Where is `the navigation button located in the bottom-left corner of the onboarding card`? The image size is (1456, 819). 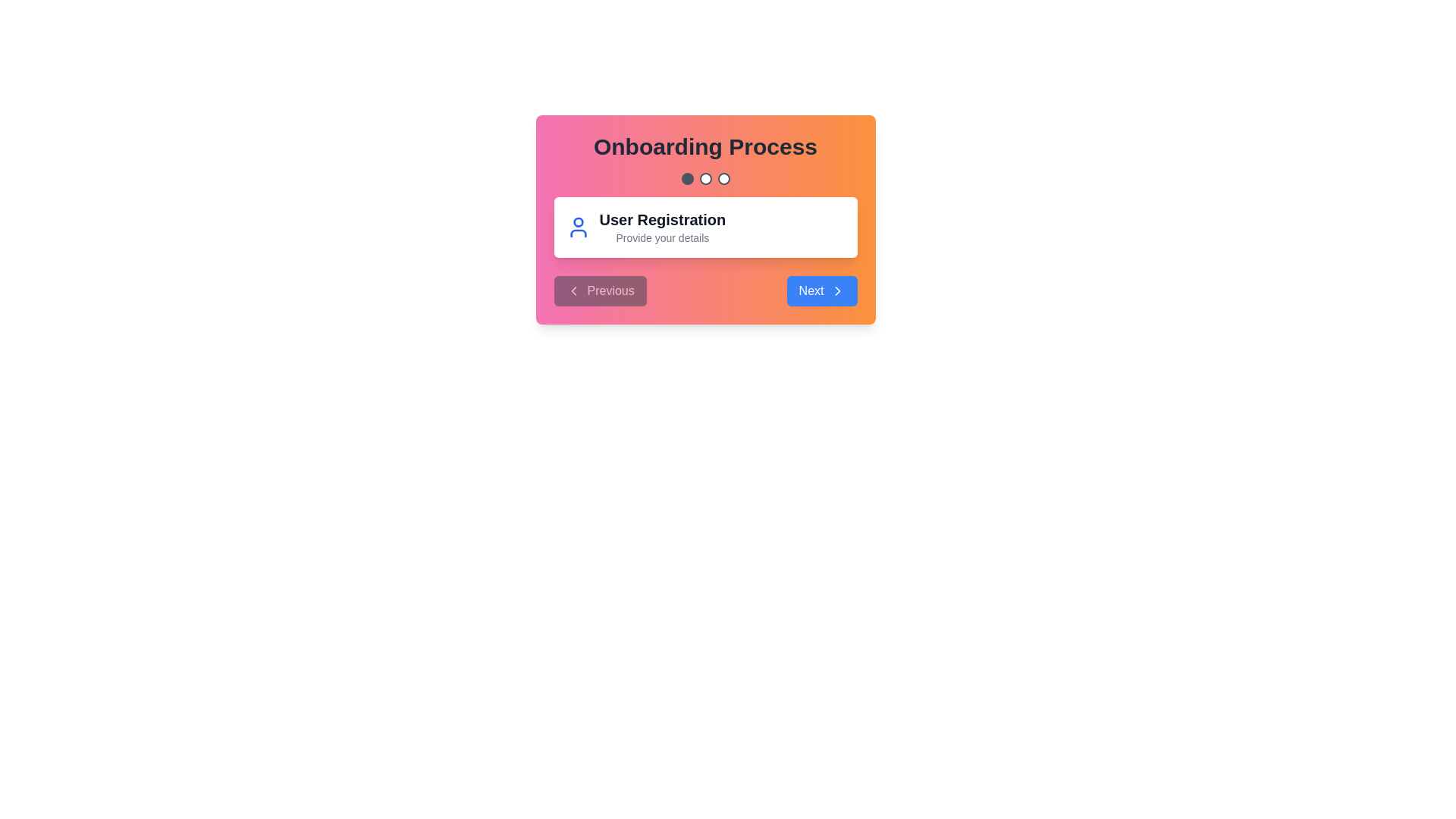 the navigation button located in the bottom-left corner of the onboarding card is located at coordinates (599, 291).